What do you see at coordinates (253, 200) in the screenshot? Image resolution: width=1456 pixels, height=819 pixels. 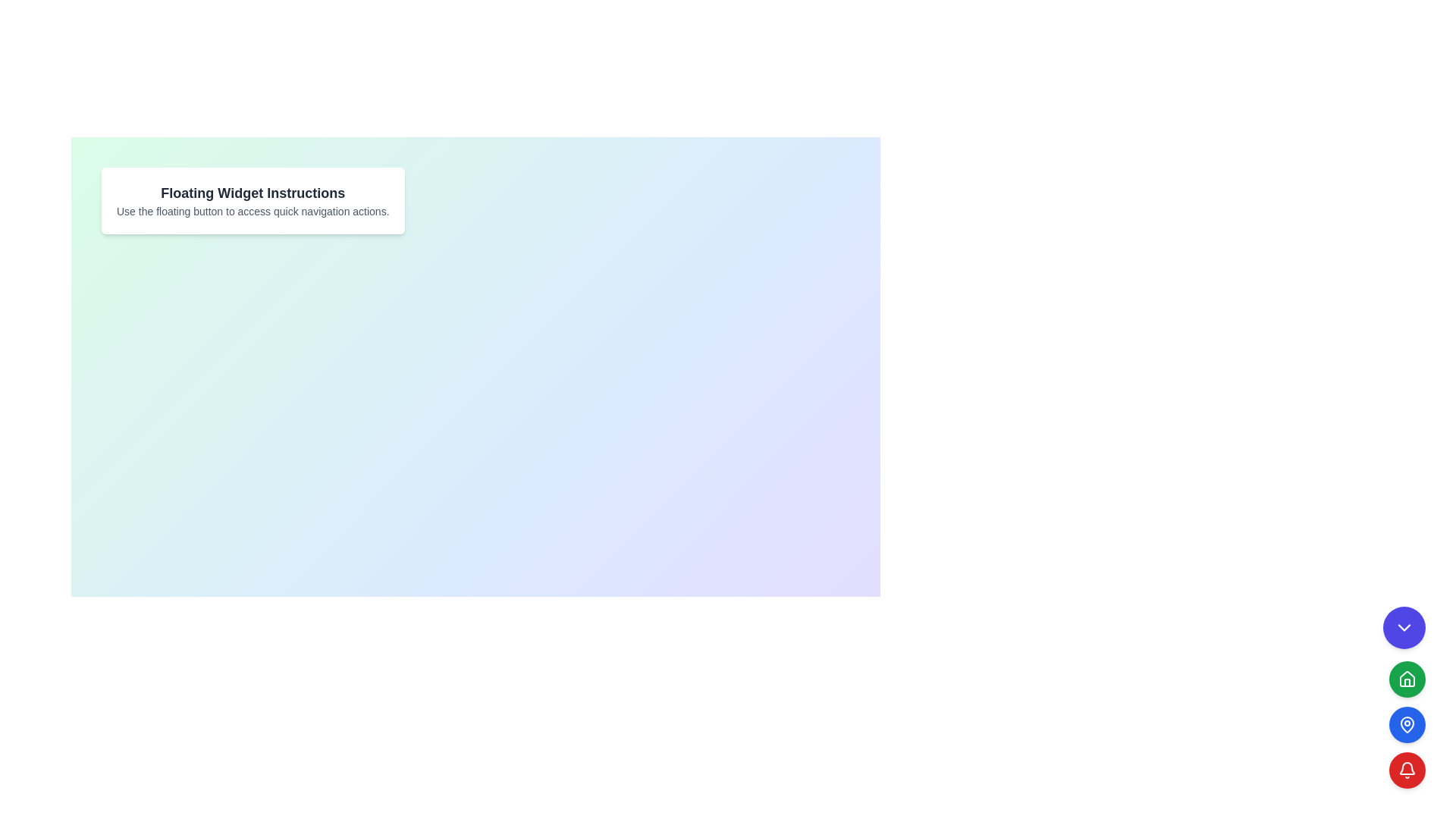 I see `the Informational Panel titled 'Floating Widget Instructions' which contains instructions on using the floating button for quick navigation actions` at bounding box center [253, 200].